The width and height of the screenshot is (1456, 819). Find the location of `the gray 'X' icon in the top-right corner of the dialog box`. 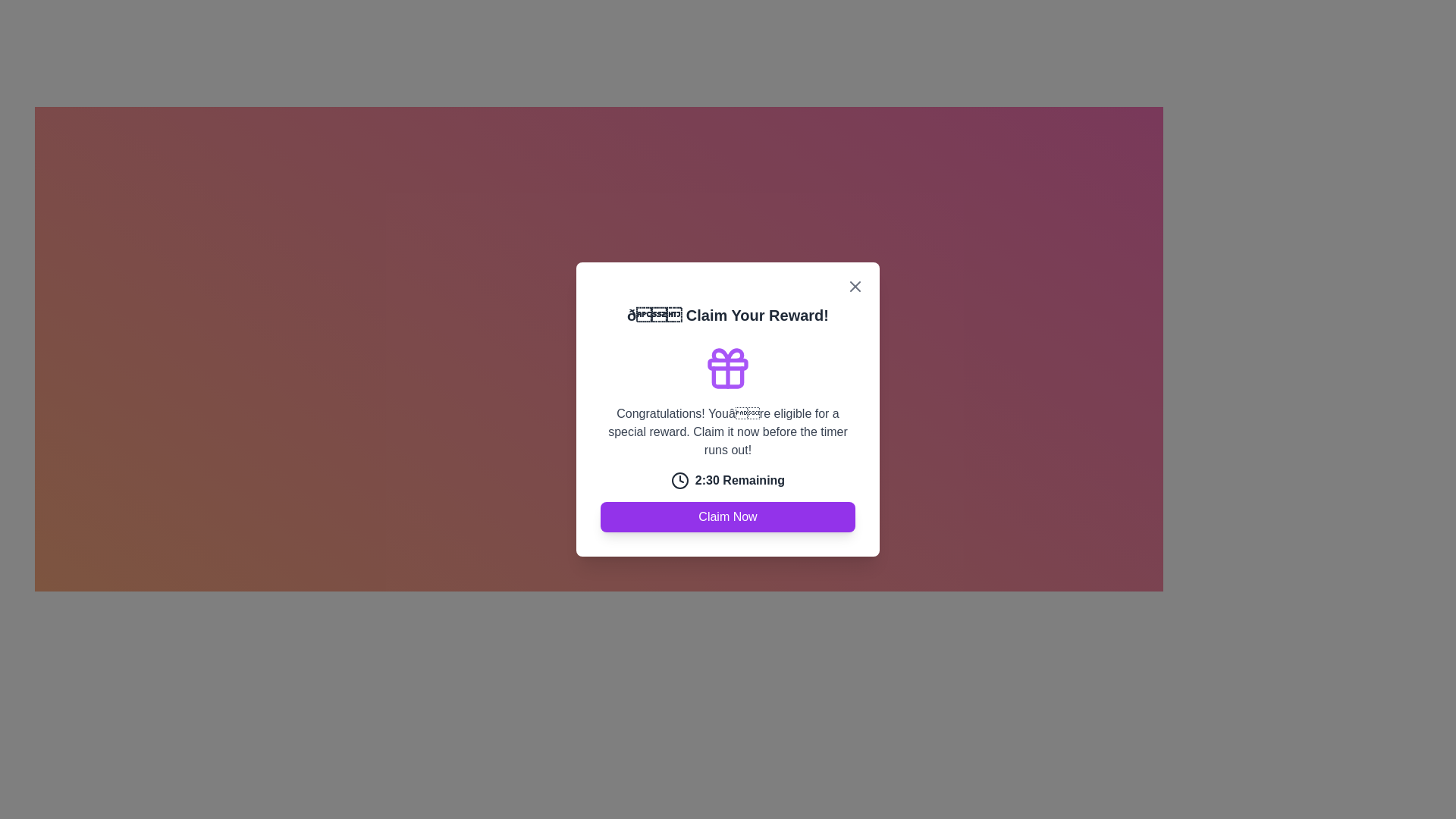

the gray 'X' icon in the top-right corner of the dialog box is located at coordinates (855, 287).